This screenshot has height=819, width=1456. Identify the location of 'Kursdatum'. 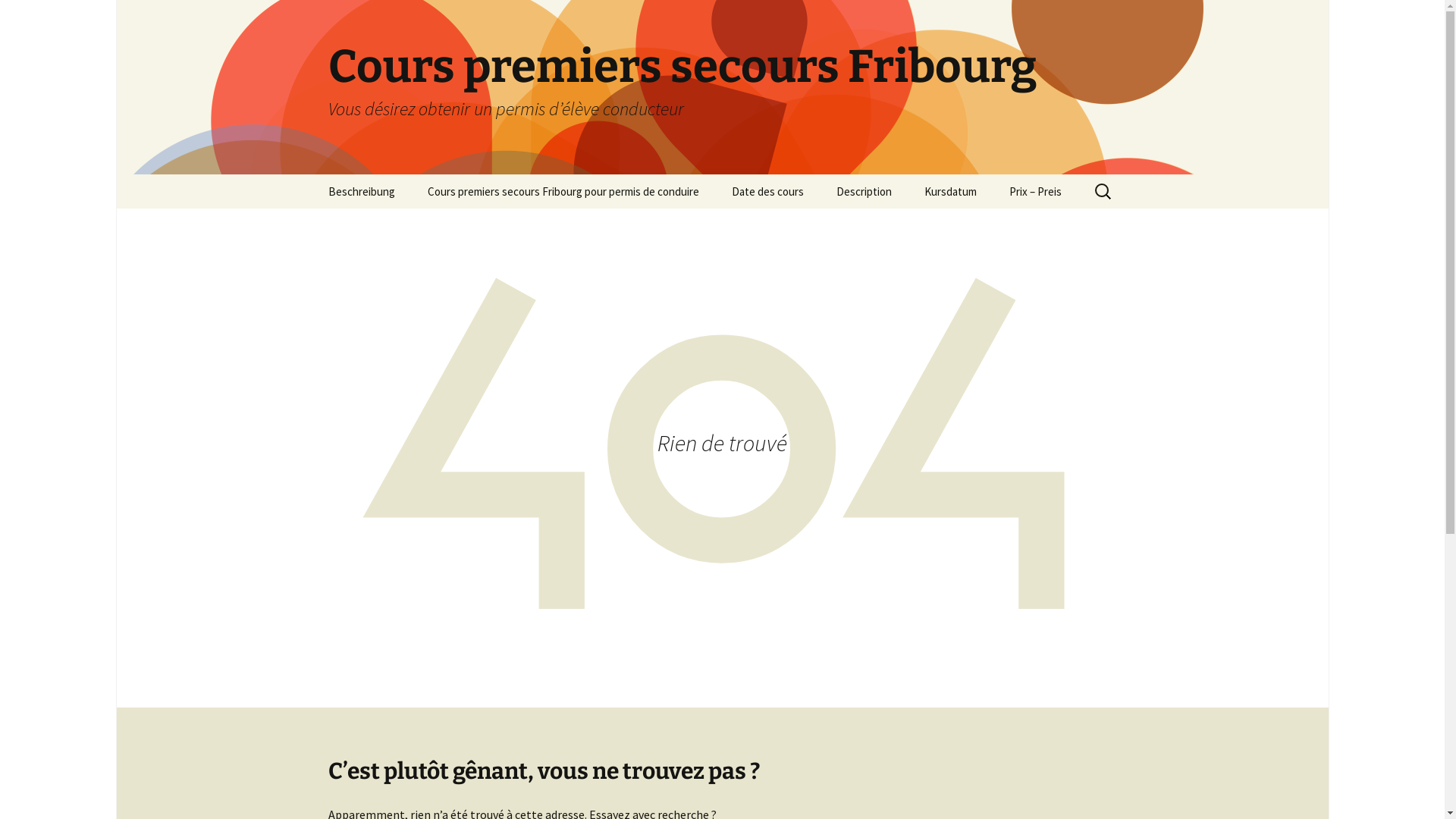
(949, 190).